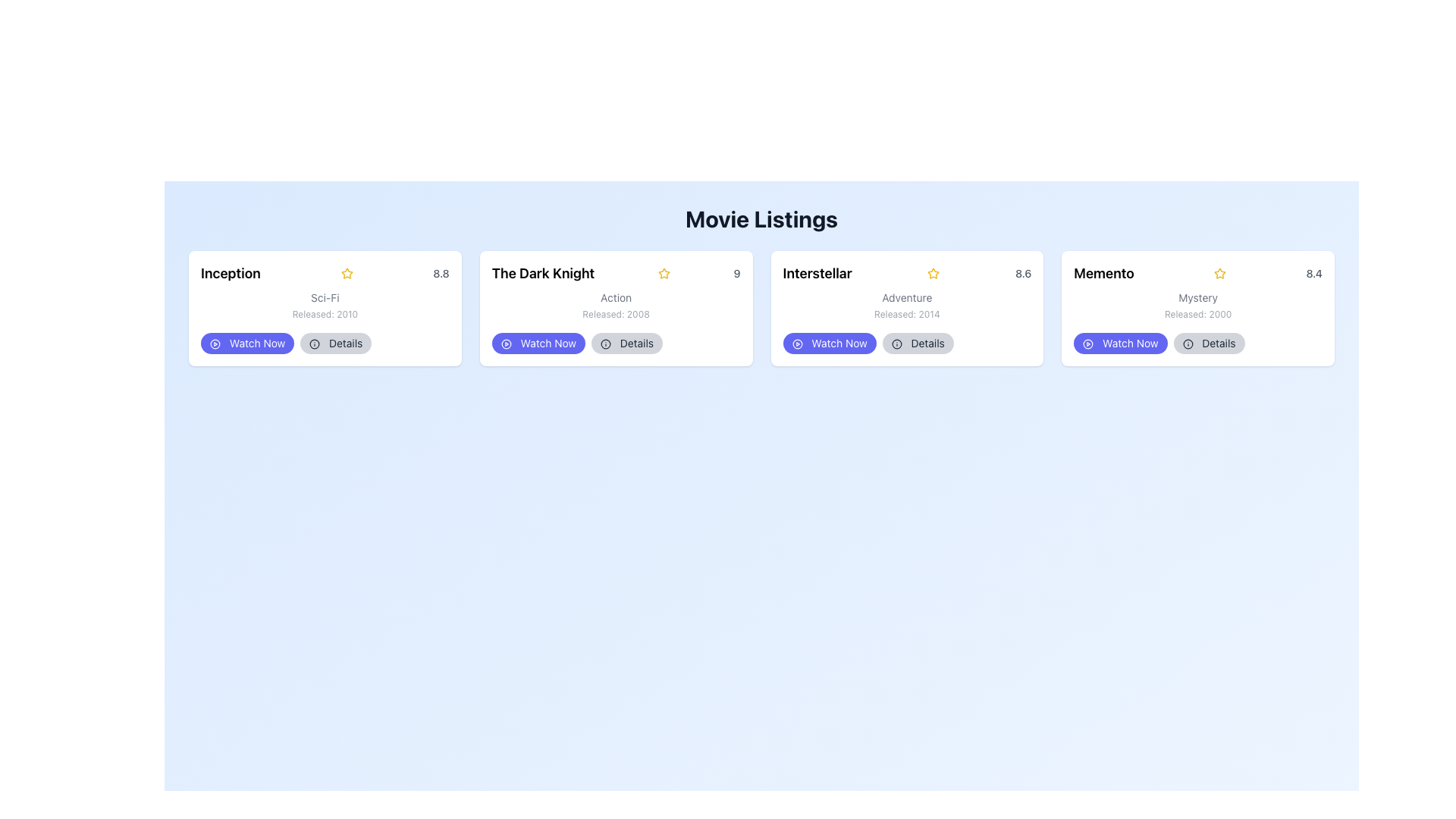 The width and height of the screenshot is (1456, 819). Describe the element at coordinates (626, 343) in the screenshot. I see `the button next to the 'Watch Now' button that provides further information about the movie 'The Dark Knight' to trigger a visual response` at that location.